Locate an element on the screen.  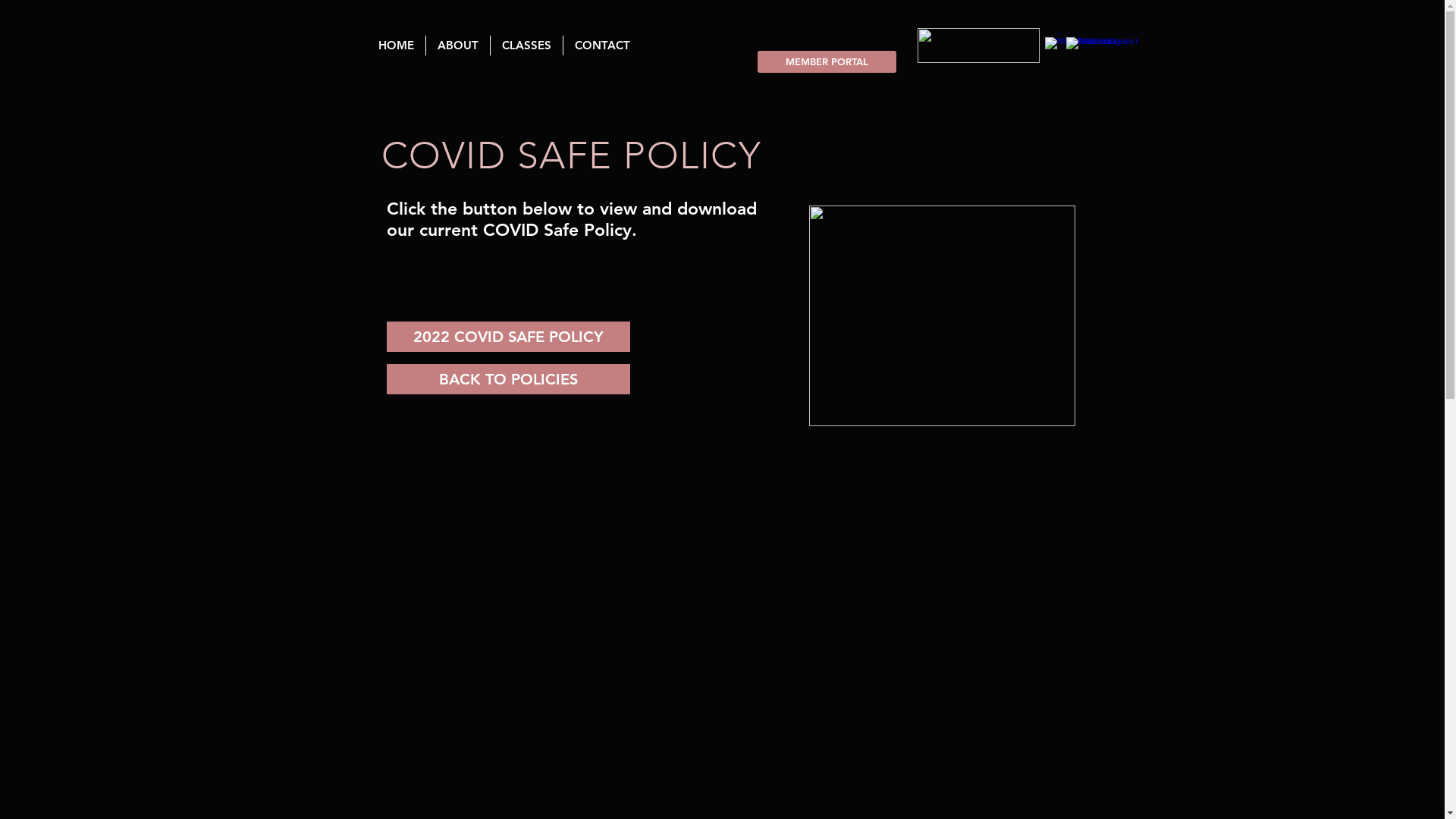
'CONTACT' is located at coordinates (562, 45).